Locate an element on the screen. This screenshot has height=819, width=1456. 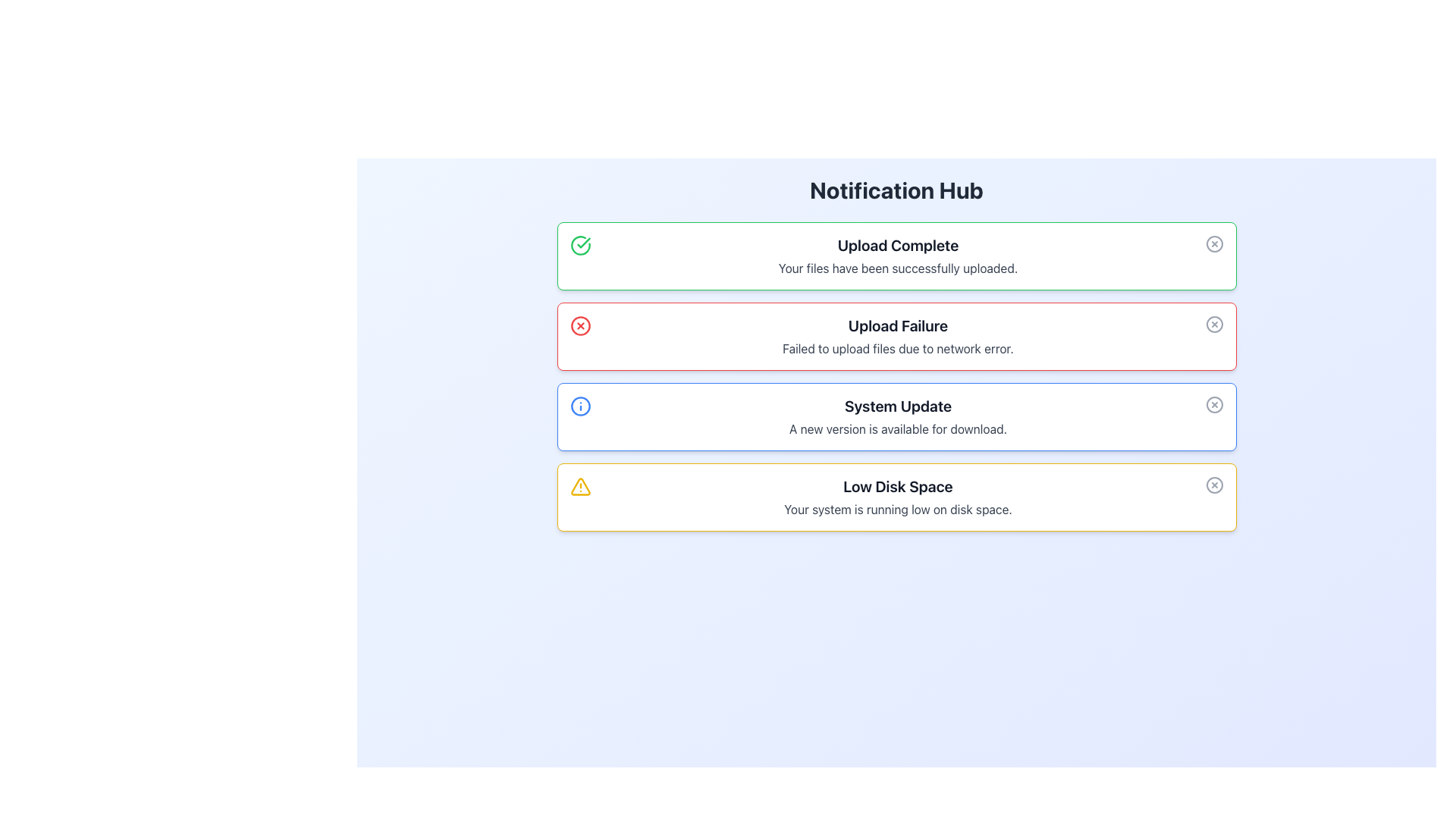
the additional information text in the 'System Update' notification, located in the lower section of the blue-bordered area is located at coordinates (898, 429).